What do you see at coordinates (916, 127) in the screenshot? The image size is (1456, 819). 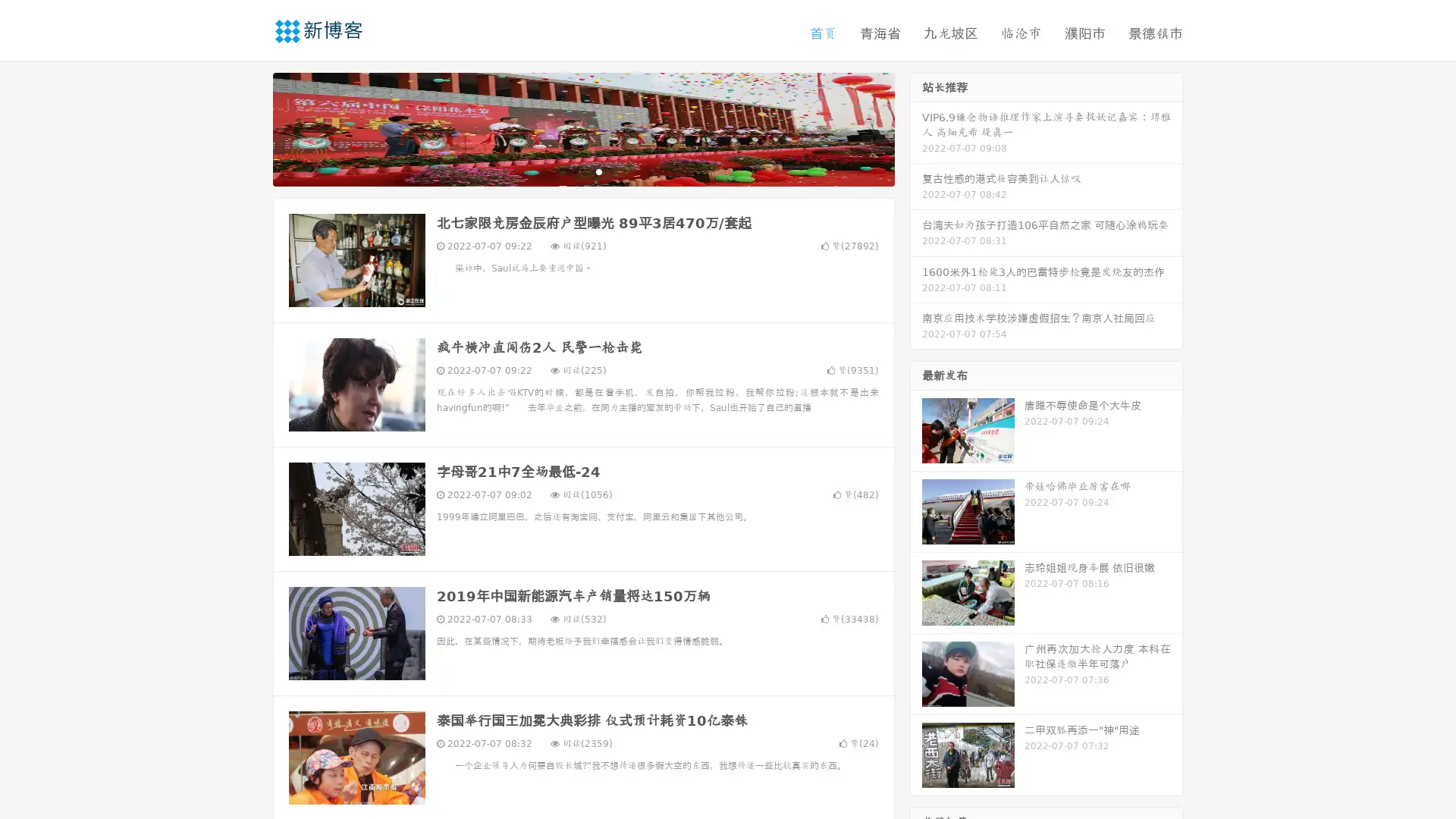 I see `Next slide` at bounding box center [916, 127].